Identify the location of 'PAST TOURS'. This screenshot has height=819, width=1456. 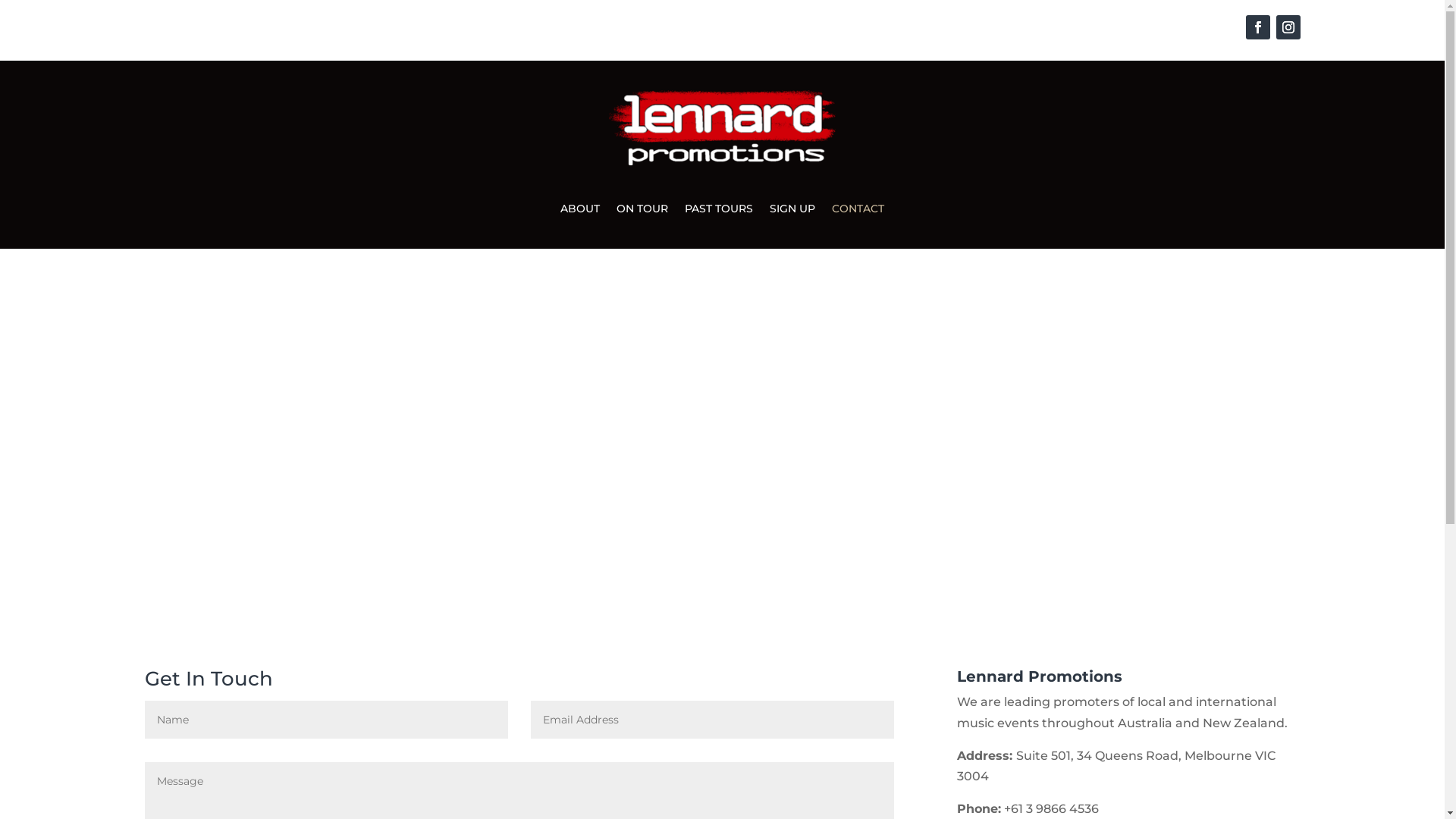
(718, 211).